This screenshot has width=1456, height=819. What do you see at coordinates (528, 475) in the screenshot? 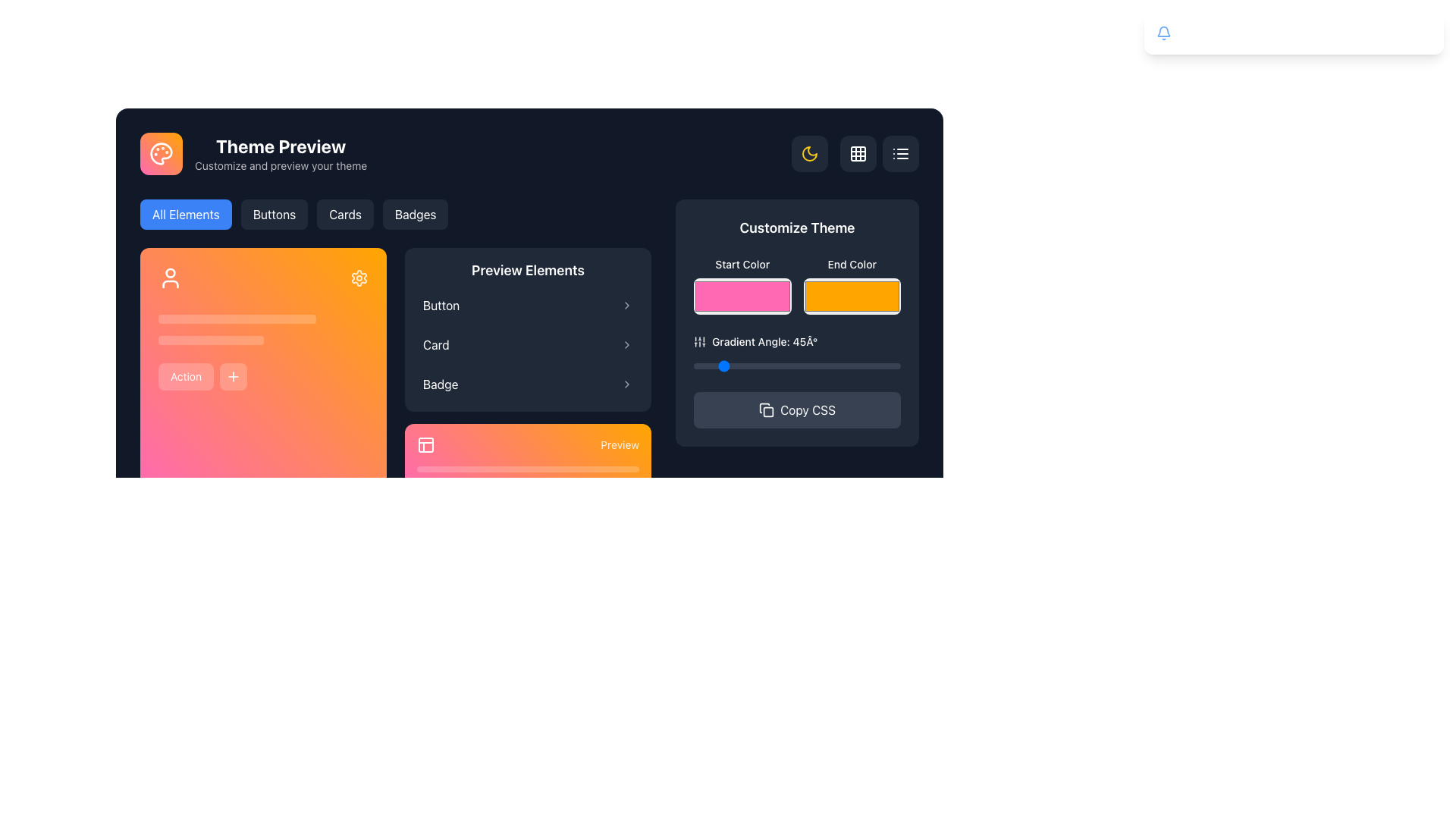
I see `the styled progress bar located within the 'Preview' section, which visually represents progress or data display` at bounding box center [528, 475].